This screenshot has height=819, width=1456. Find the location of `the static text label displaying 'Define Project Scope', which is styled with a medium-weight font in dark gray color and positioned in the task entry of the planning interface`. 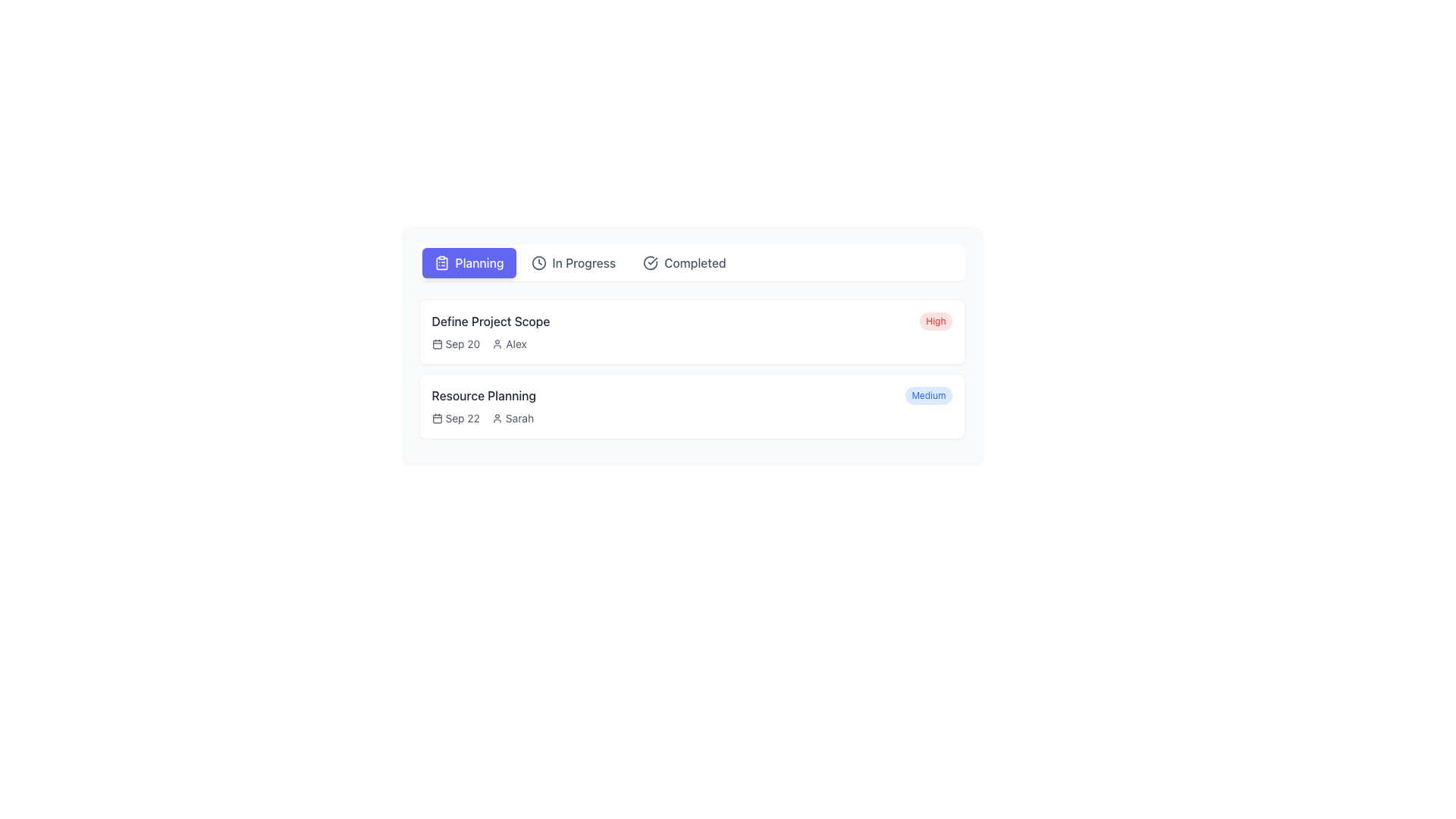

the static text label displaying 'Define Project Scope', which is styled with a medium-weight font in dark gray color and positioned in the task entry of the planning interface is located at coordinates (491, 321).